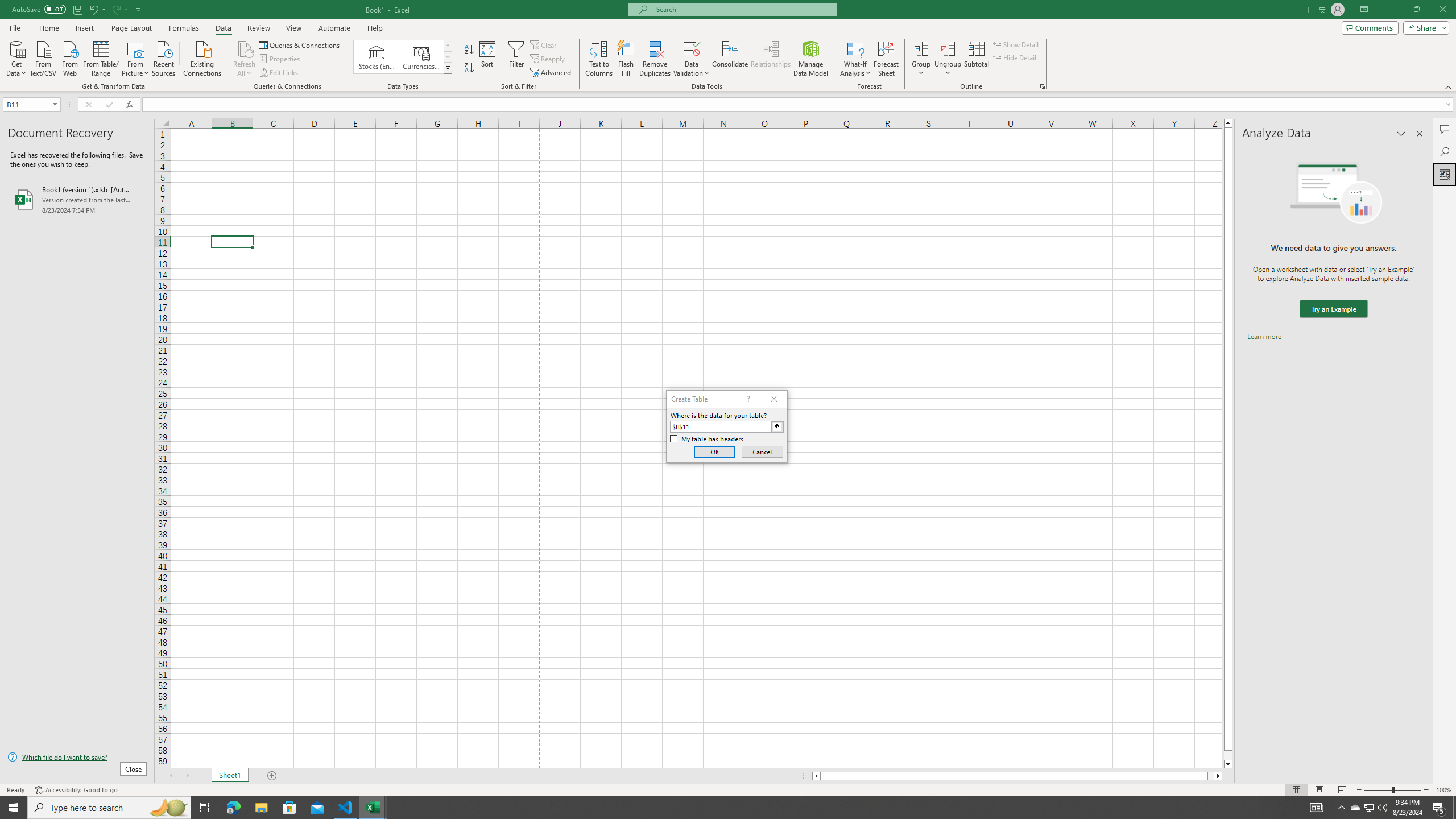  I want to click on 'Relationships', so click(770, 59).